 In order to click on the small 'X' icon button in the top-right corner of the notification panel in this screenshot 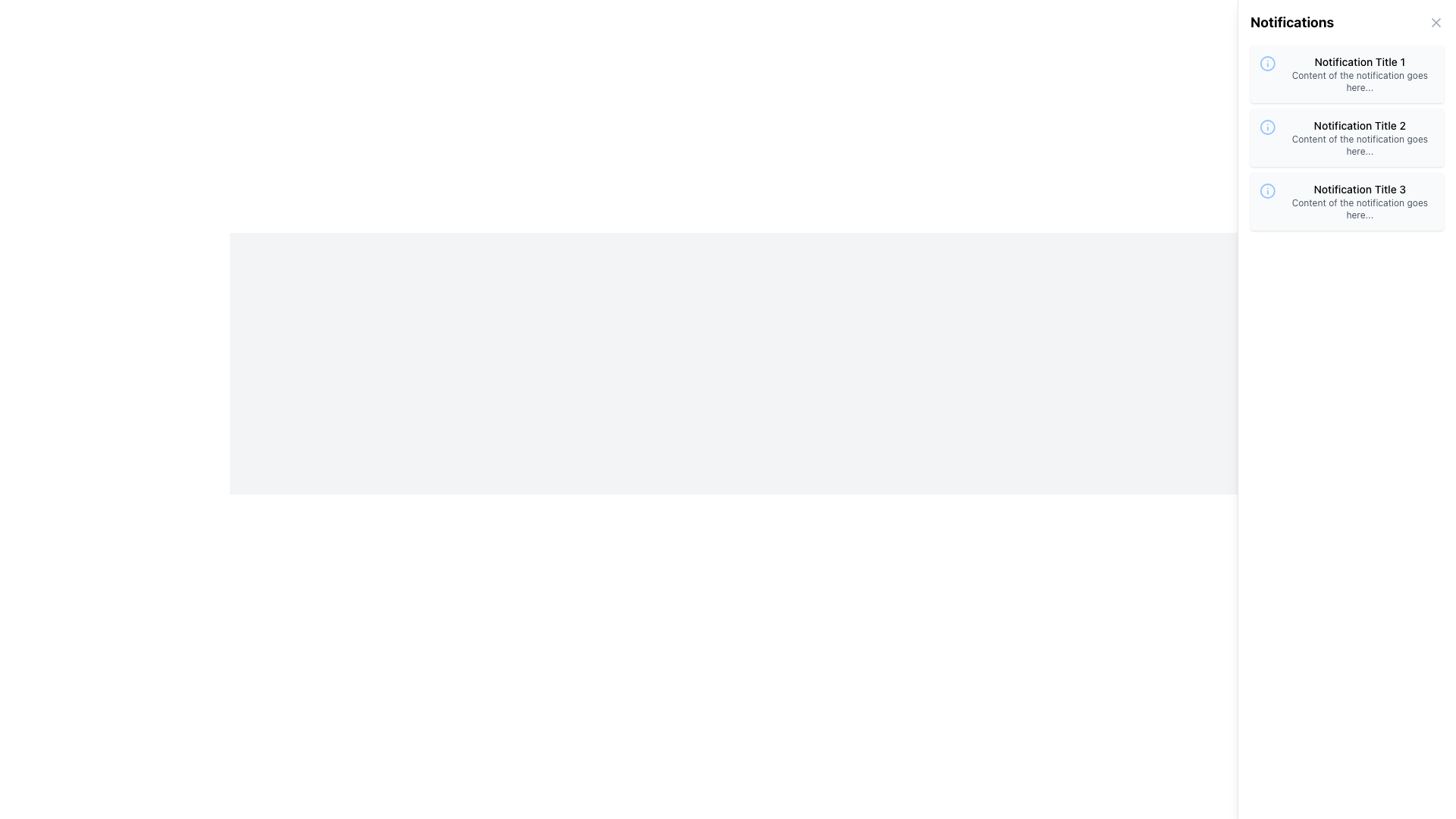, I will do `click(1436, 23)`.